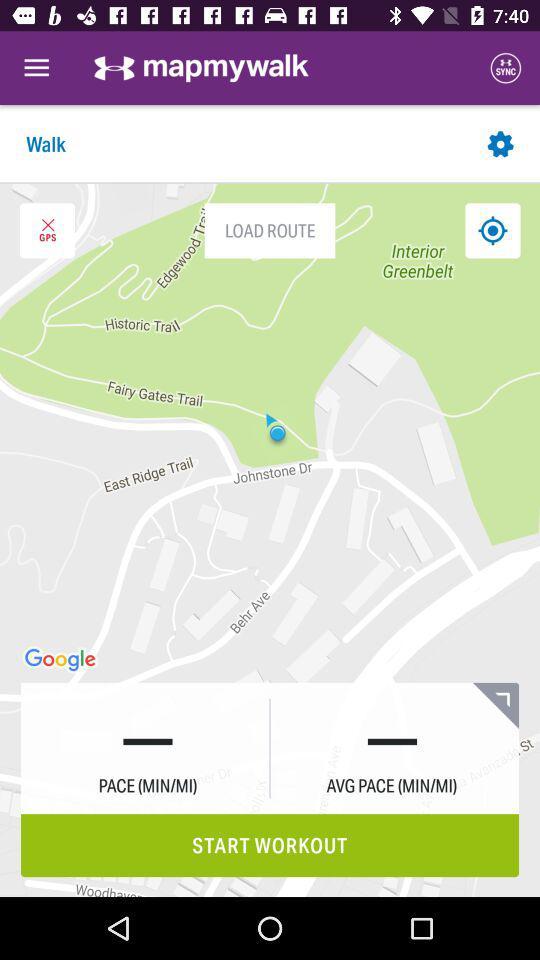 Image resolution: width=540 pixels, height=960 pixels. What do you see at coordinates (47, 230) in the screenshot?
I see `exit gps` at bounding box center [47, 230].